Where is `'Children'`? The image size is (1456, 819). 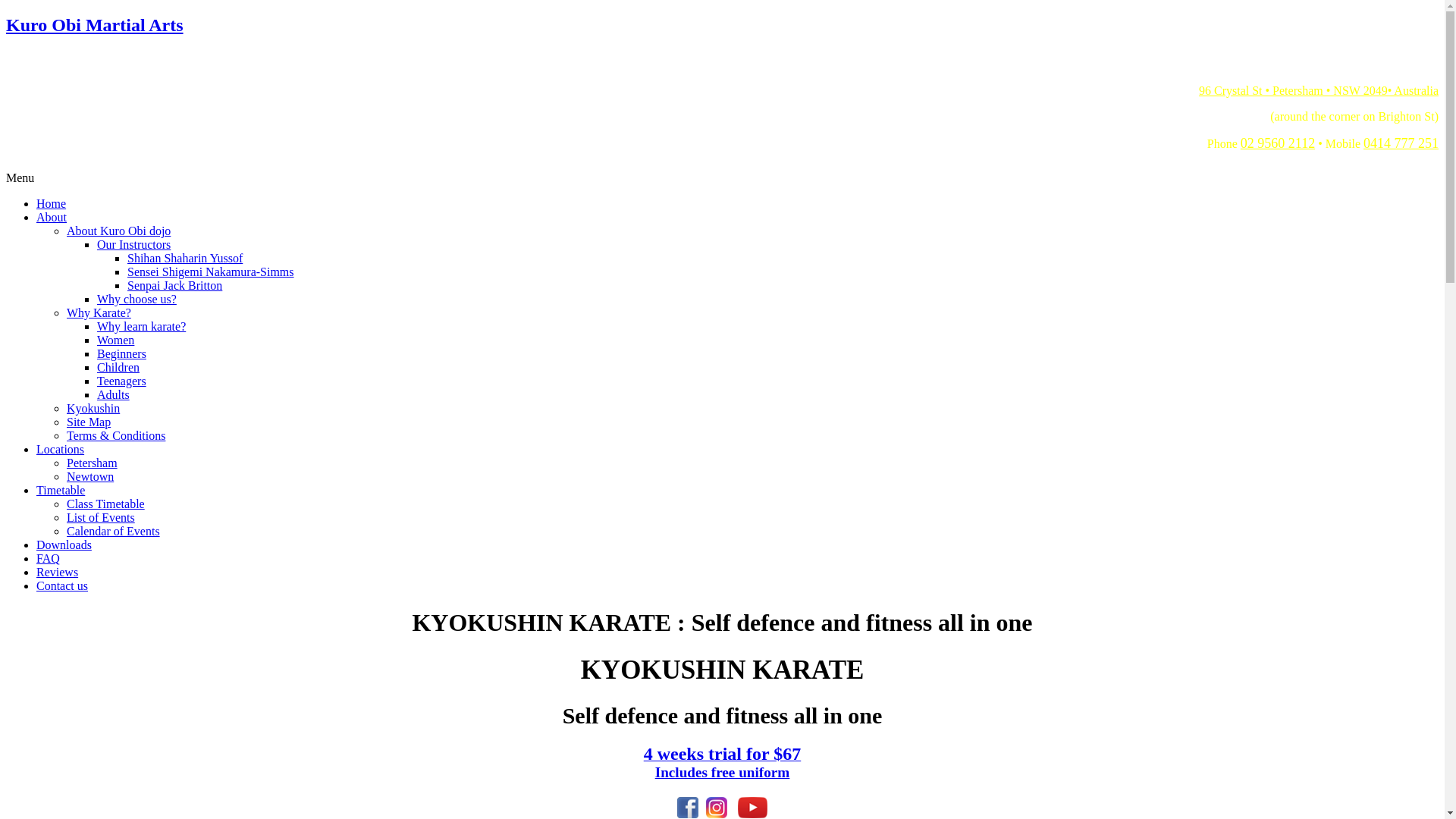
'Children' is located at coordinates (118, 367).